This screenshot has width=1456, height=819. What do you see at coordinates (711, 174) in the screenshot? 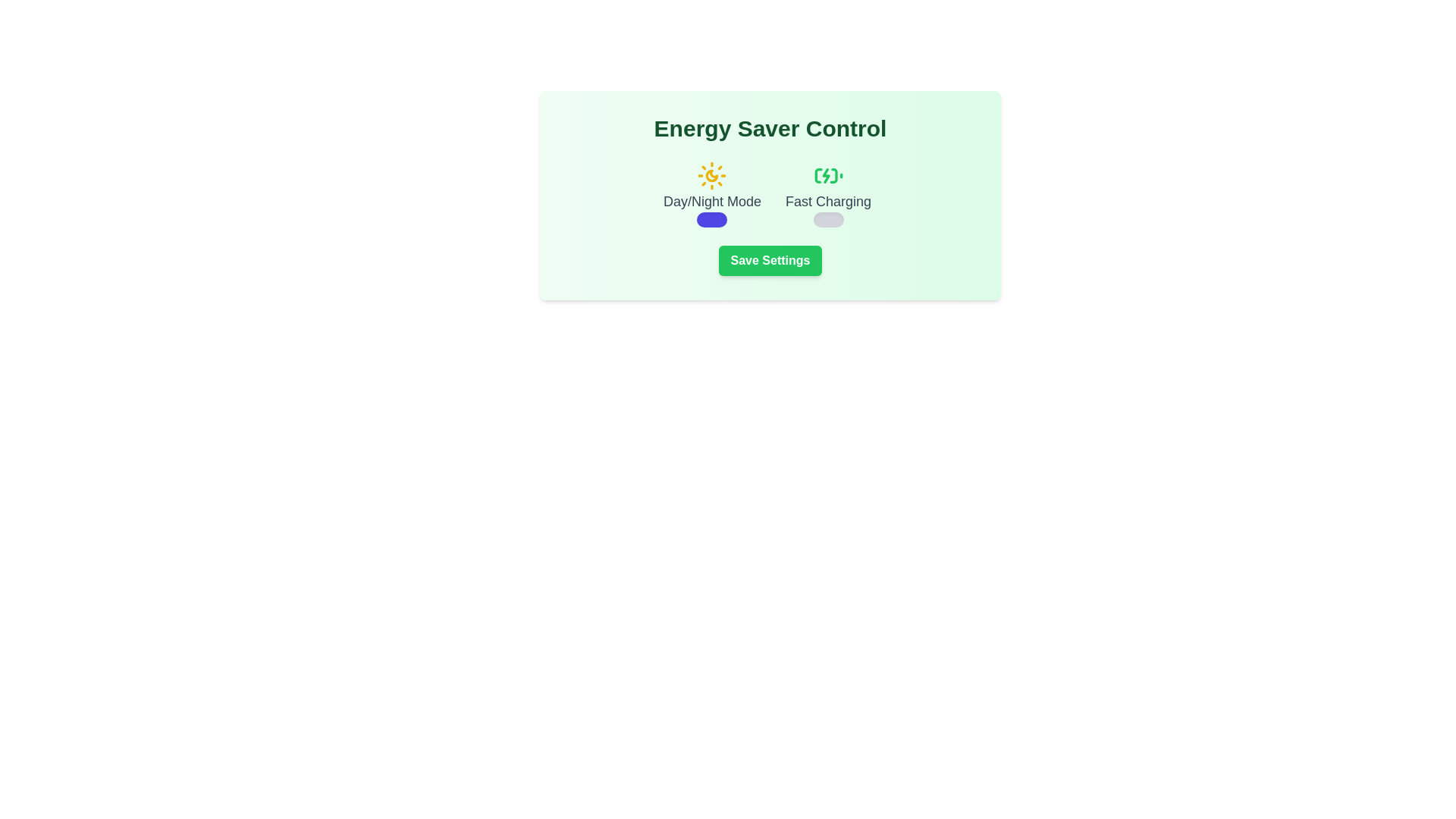
I see `the 'Day/Night Mode' icon to inspect it` at bounding box center [711, 174].